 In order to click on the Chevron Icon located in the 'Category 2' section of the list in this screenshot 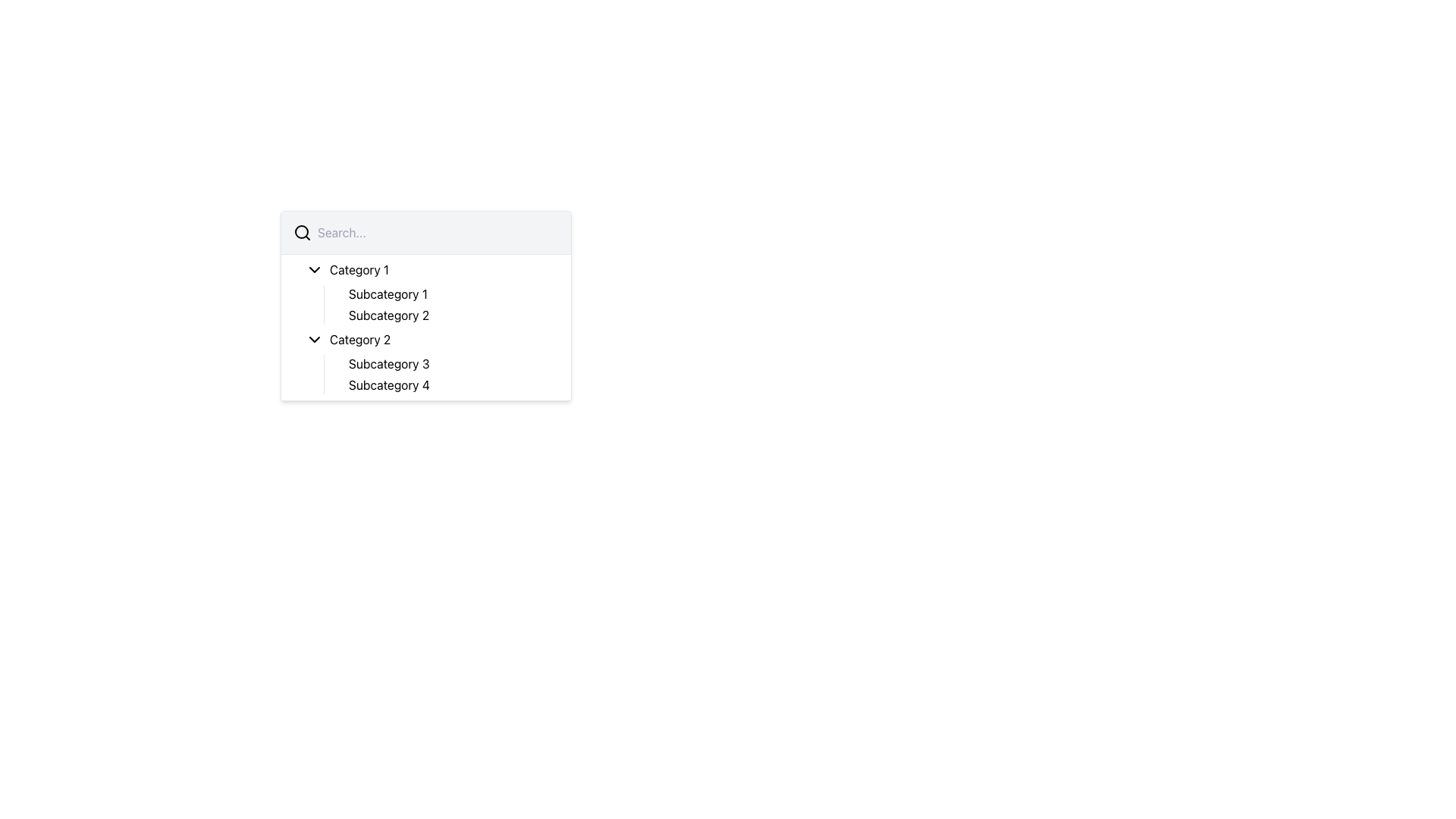, I will do `click(313, 338)`.